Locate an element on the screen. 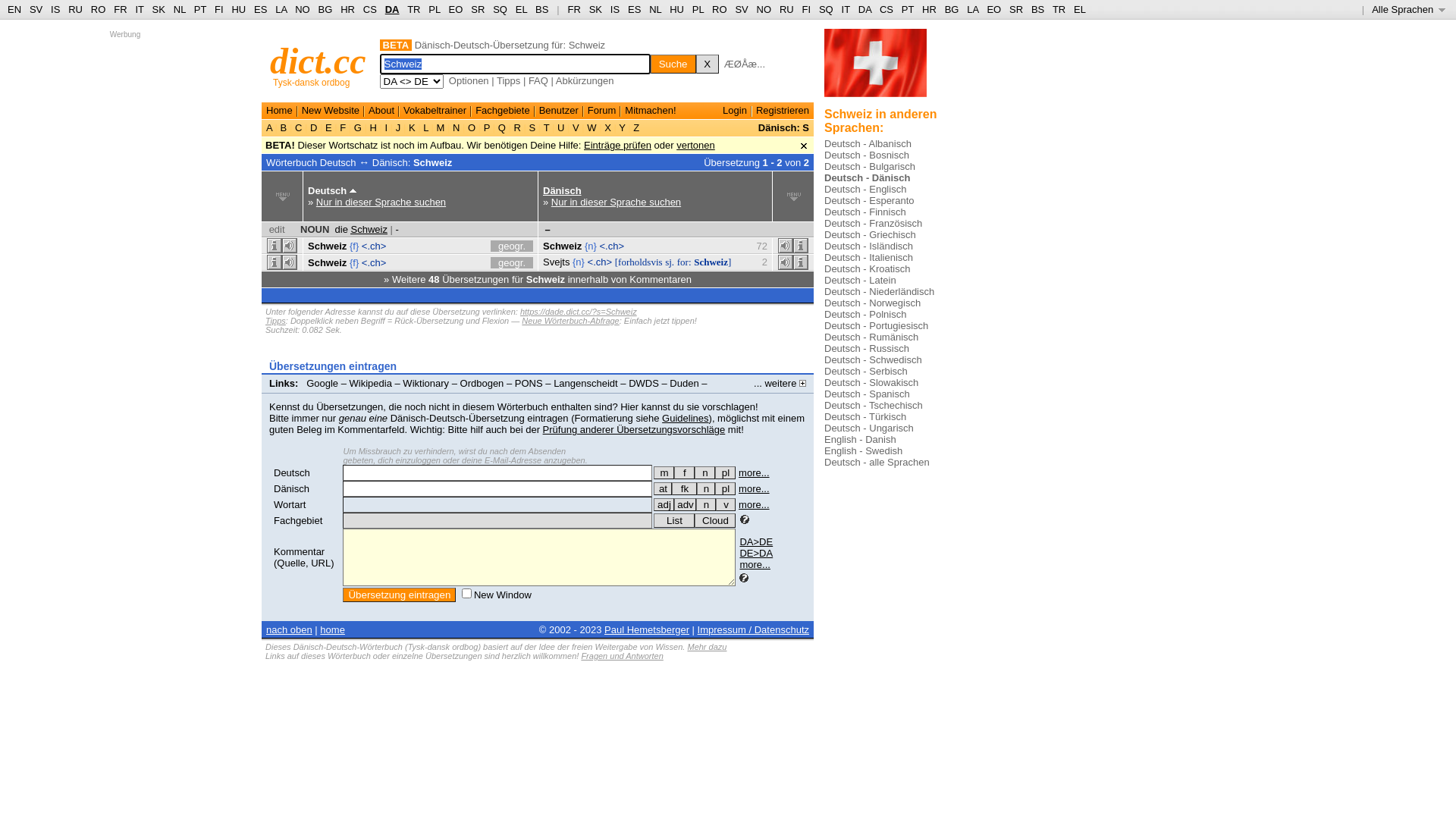  'home' is located at coordinates (319, 629).